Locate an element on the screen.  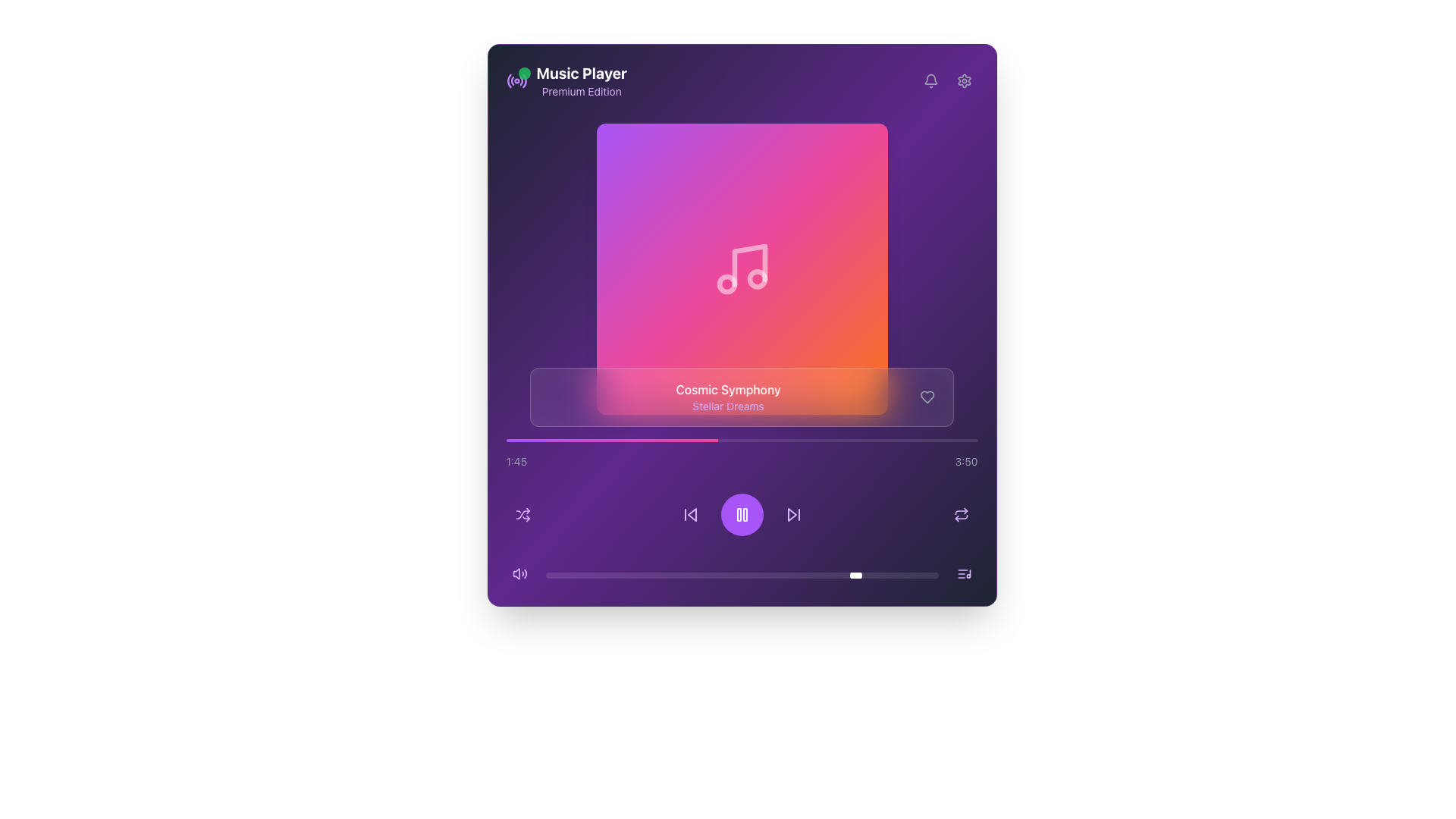
the back button icon in the media control section of the music player interface for keyboard interaction is located at coordinates (689, 513).